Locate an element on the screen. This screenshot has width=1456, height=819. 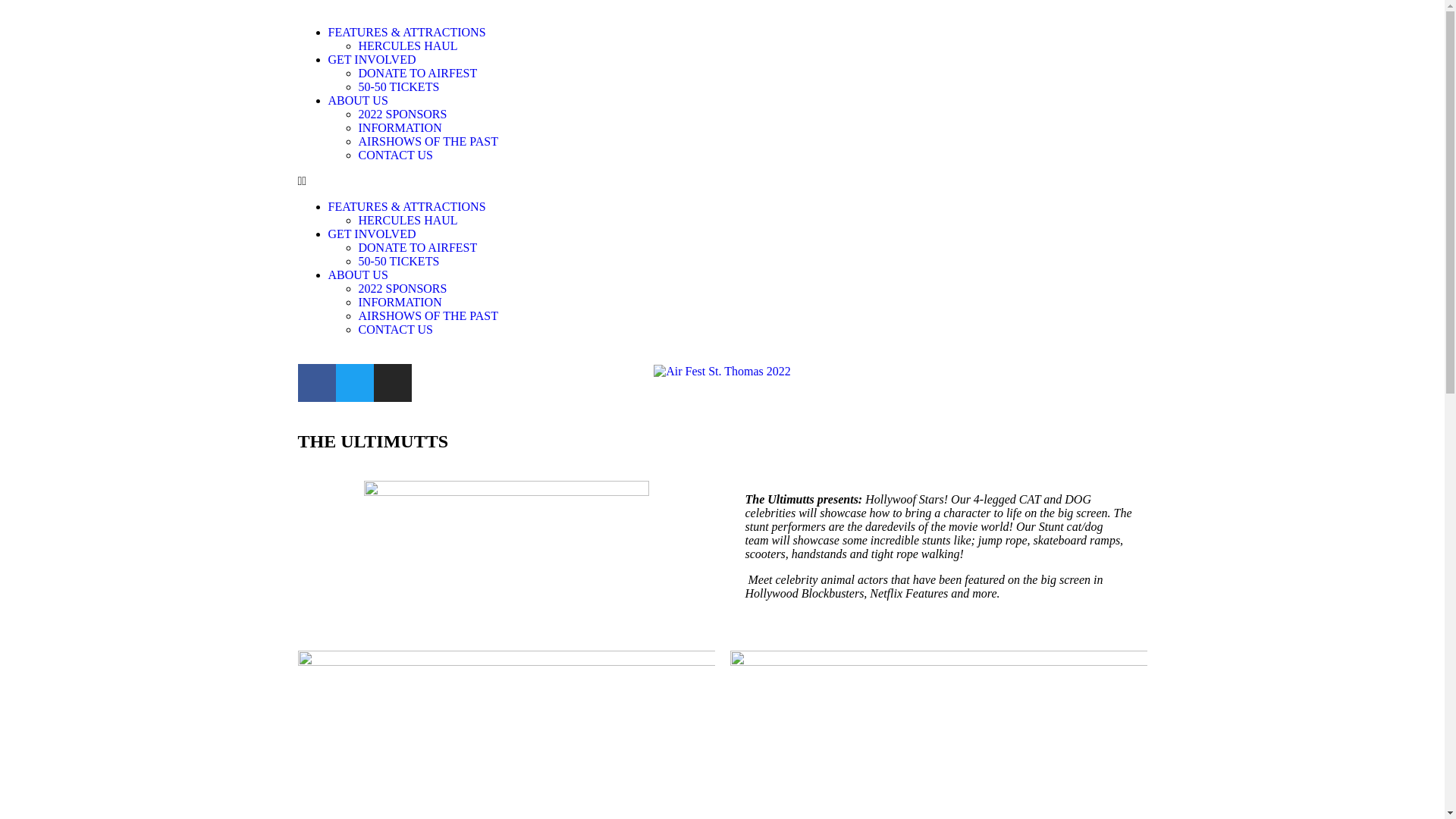
'CONTACT US' is located at coordinates (395, 155).